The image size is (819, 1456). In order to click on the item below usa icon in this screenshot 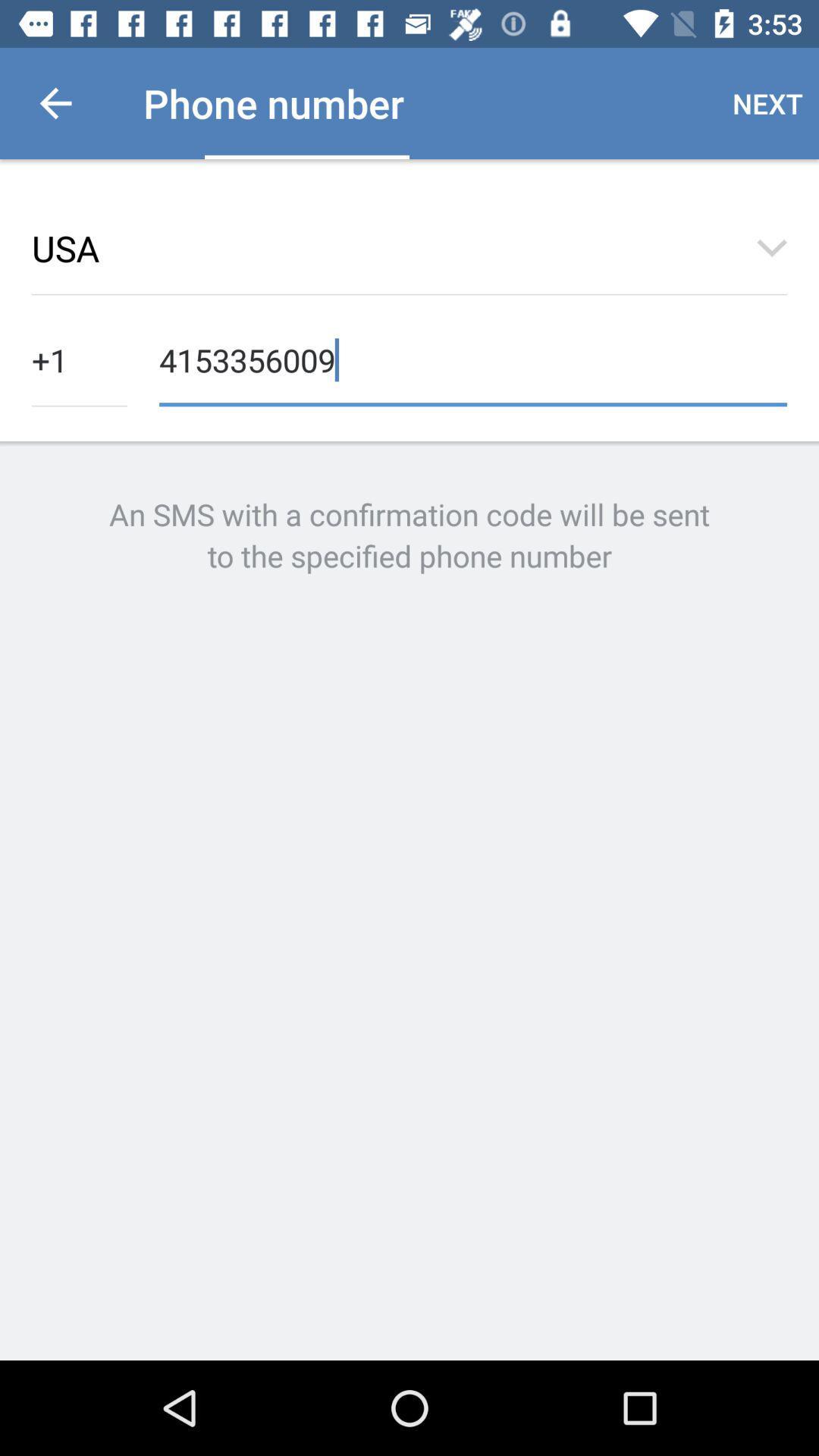, I will do `click(79, 358)`.